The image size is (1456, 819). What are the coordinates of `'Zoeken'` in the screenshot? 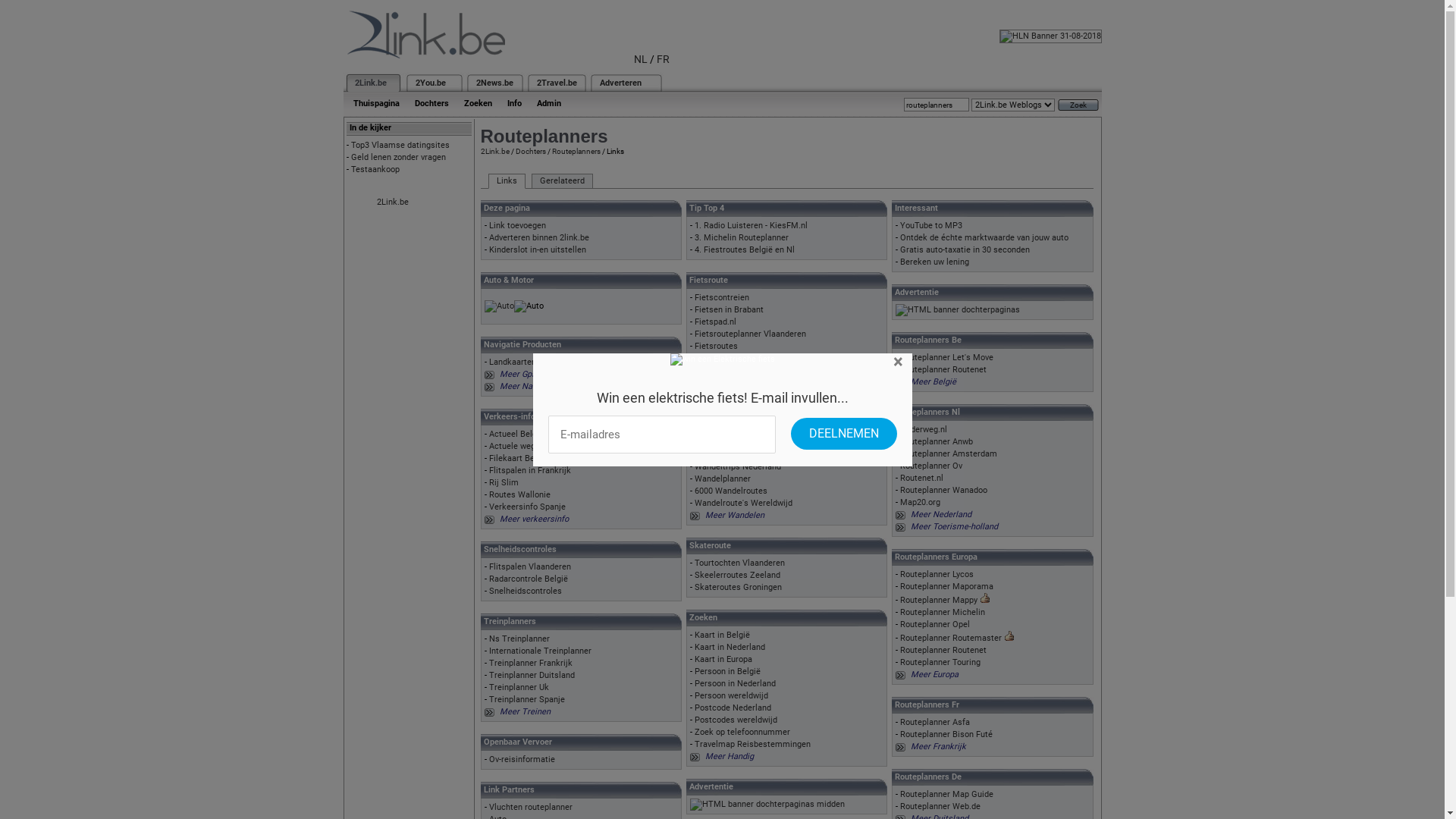 It's located at (477, 102).